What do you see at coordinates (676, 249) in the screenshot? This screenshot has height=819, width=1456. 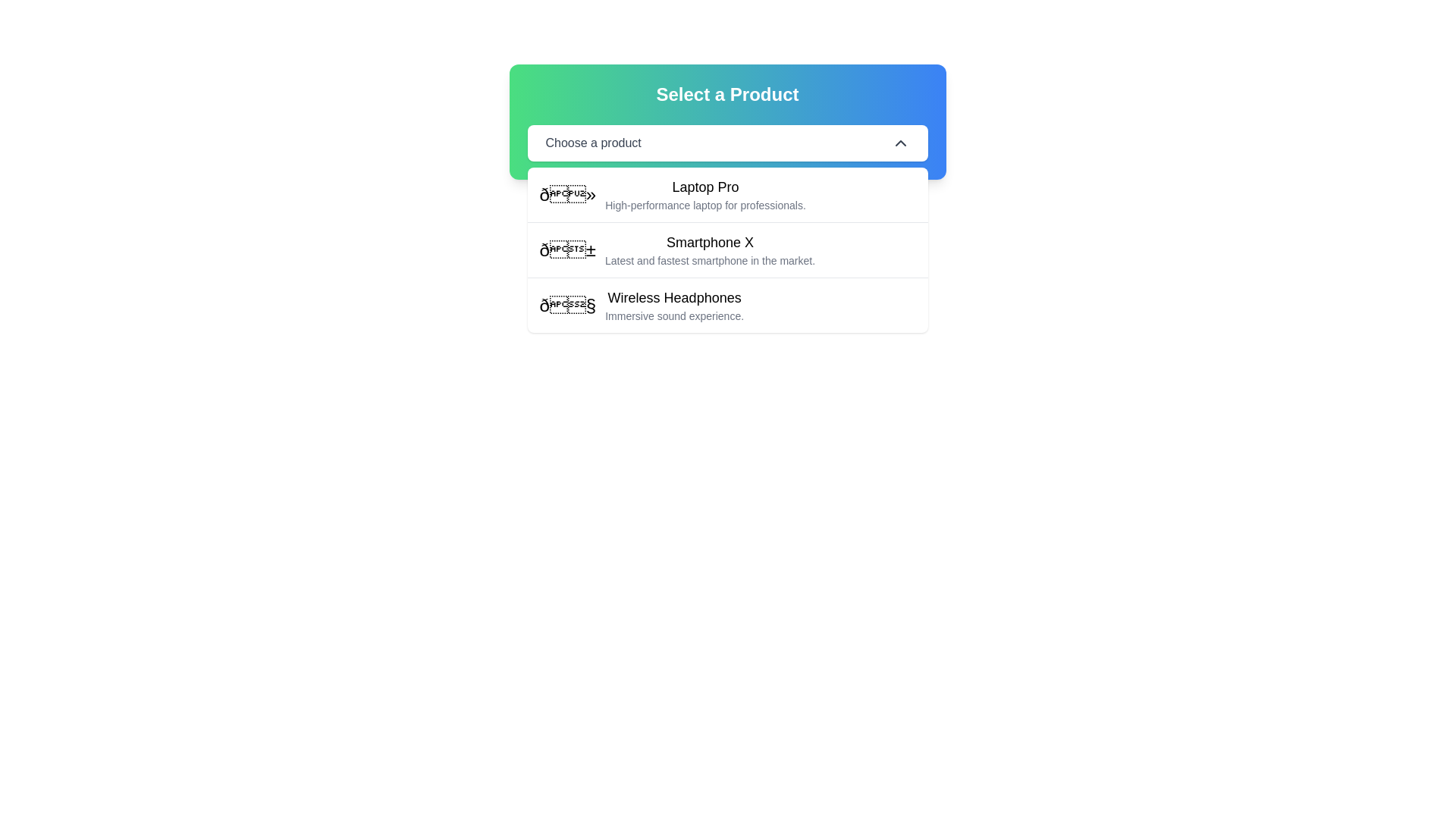 I see `the second entry in the 'Select a Product' dropdown list` at bounding box center [676, 249].